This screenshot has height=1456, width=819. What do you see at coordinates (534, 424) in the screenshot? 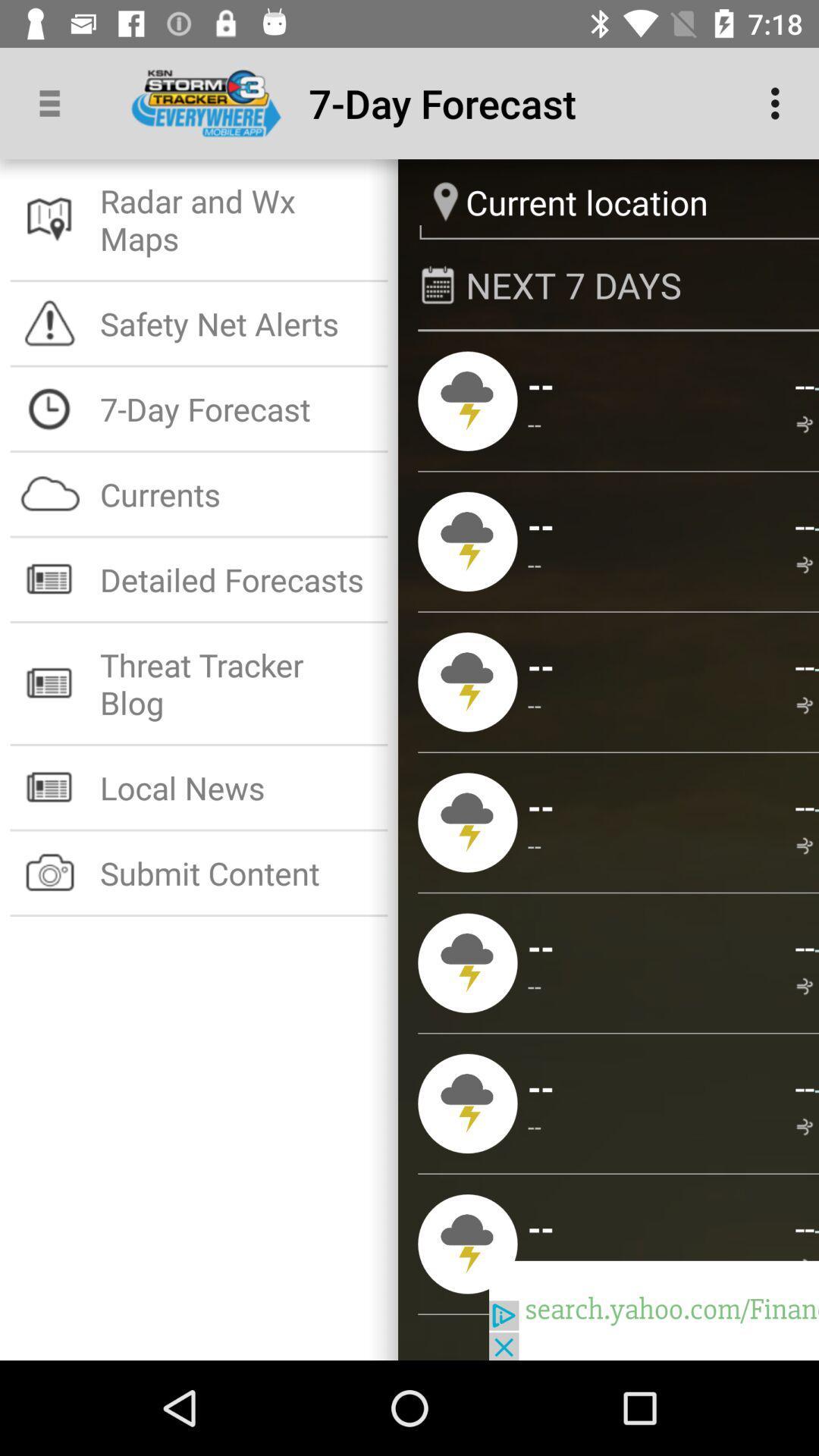
I see `the item next to --` at bounding box center [534, 424].